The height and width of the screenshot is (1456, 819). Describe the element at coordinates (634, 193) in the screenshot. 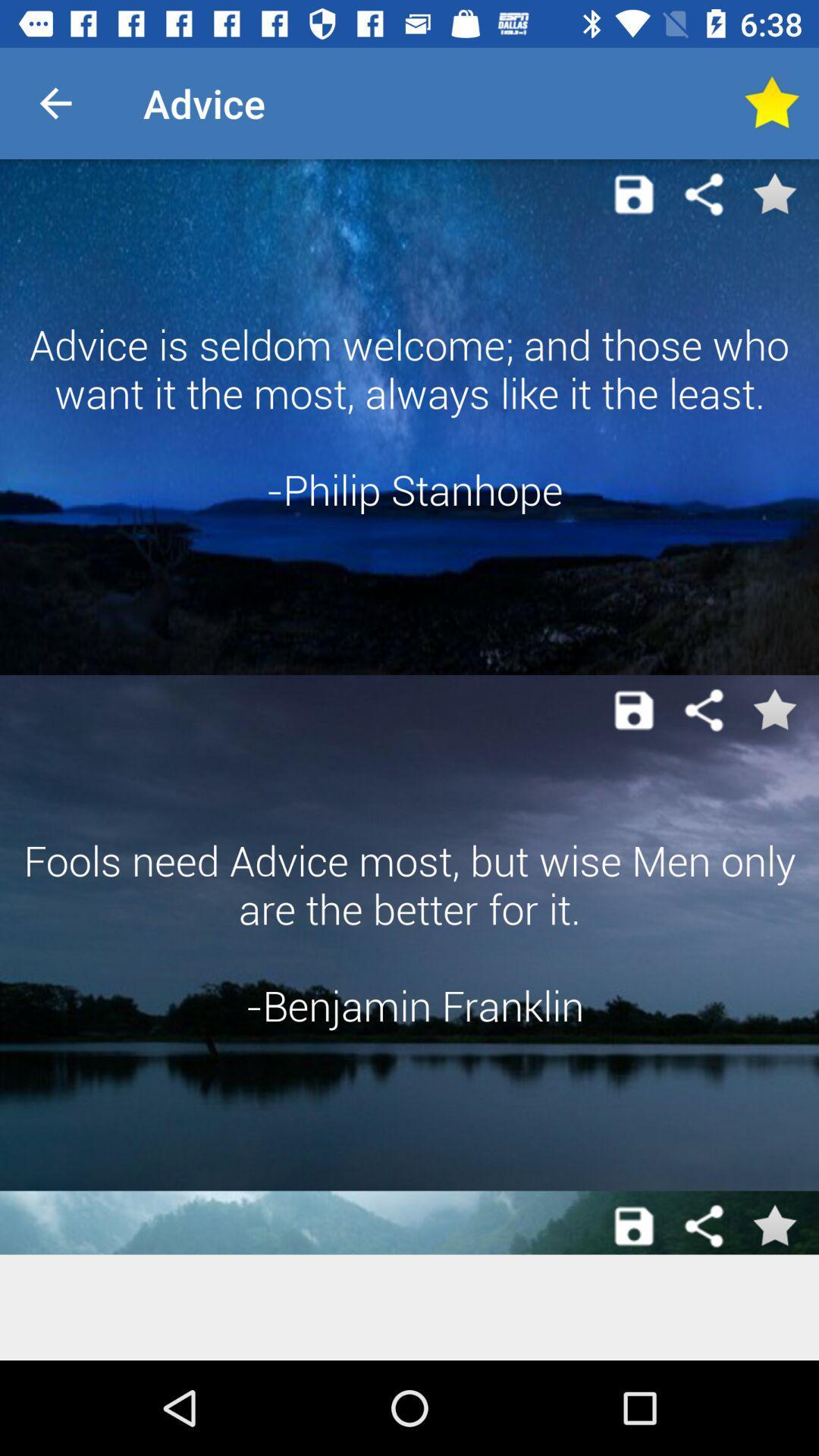

I see `post this picture` at that location.